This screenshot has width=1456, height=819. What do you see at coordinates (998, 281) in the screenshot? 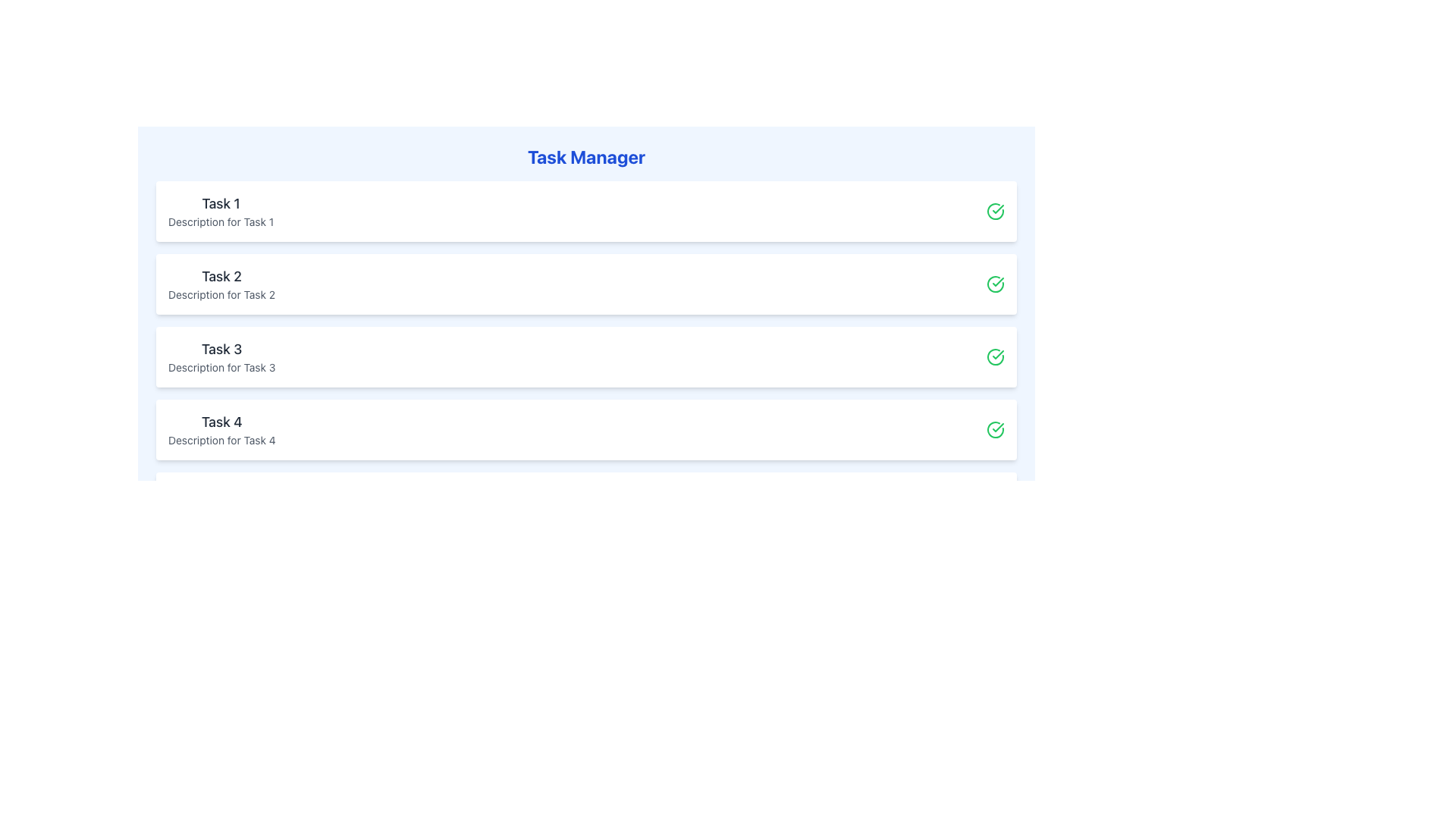
I see `the green check mark symbol inside a circle, which indicates the completion of the third task item in the task list` at bounding box center [998, 281].